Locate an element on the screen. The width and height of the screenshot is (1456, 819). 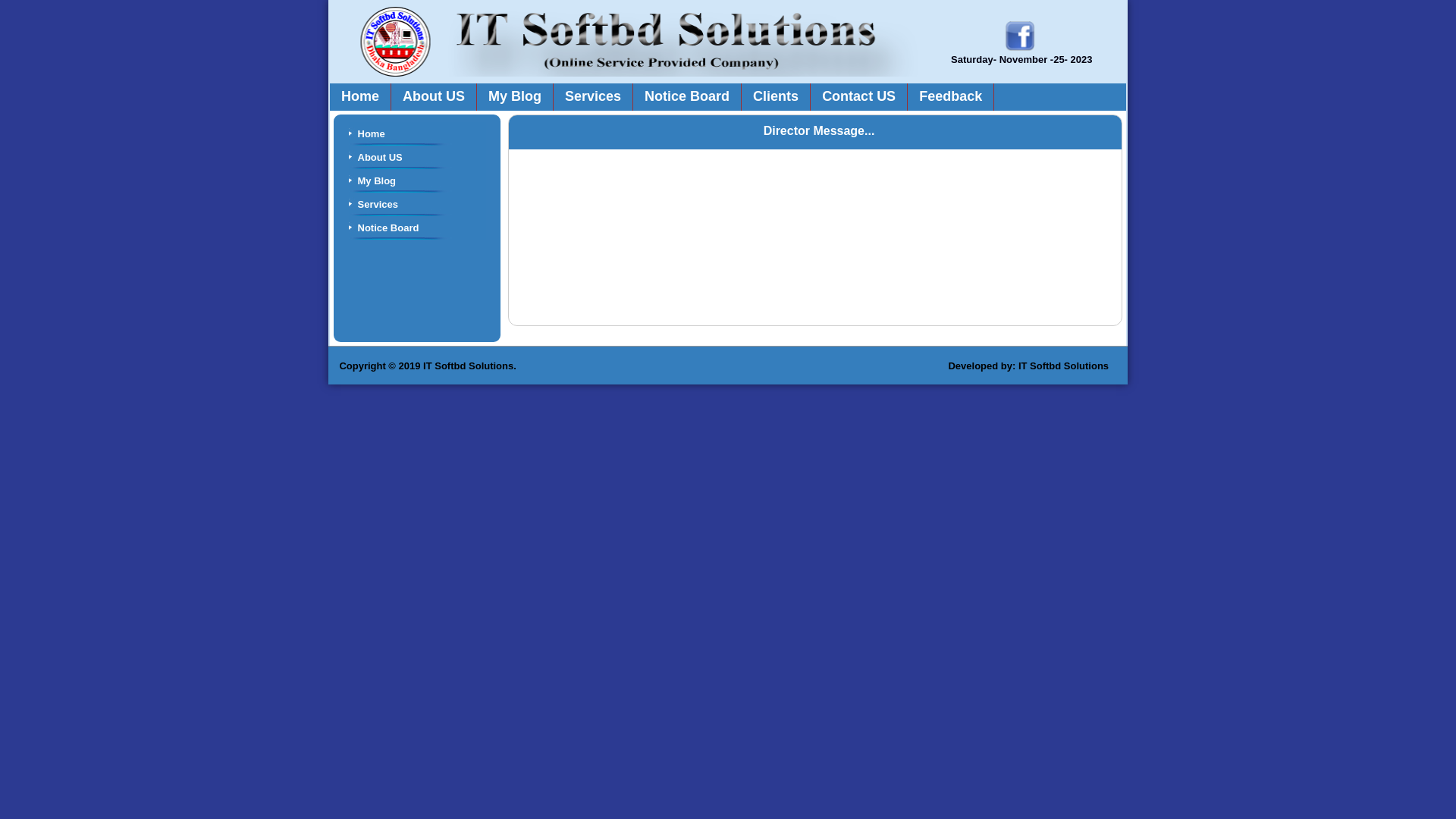
'About US' is located at coordinates (337, 157).